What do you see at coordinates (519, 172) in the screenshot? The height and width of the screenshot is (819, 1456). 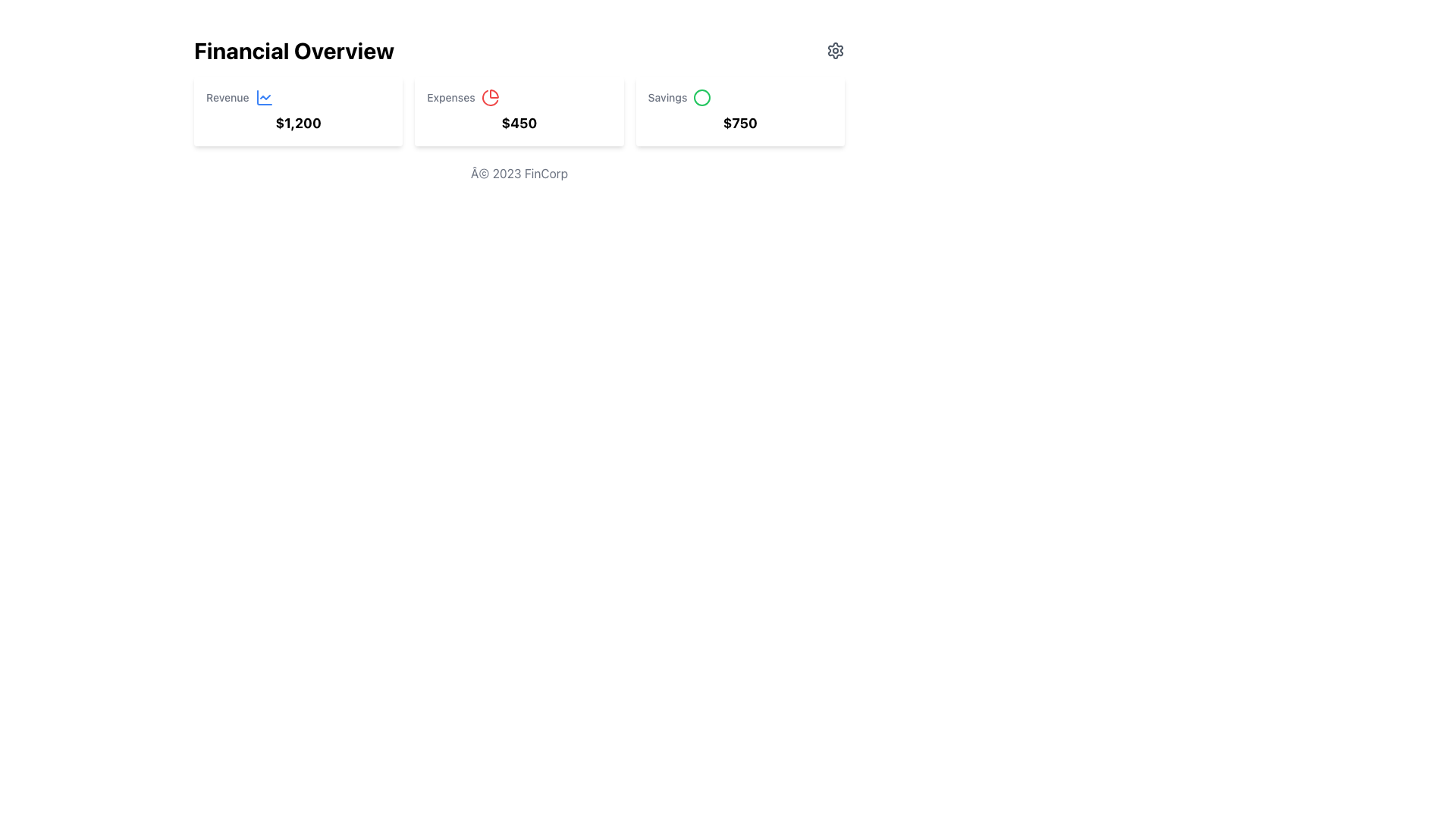 I see `the text label that displays '© 2023 FinCorp', which is styled with a gray color and centered alignment, located at the bottom of the 'Financial Overview' section` at bounding box center [519, 172].